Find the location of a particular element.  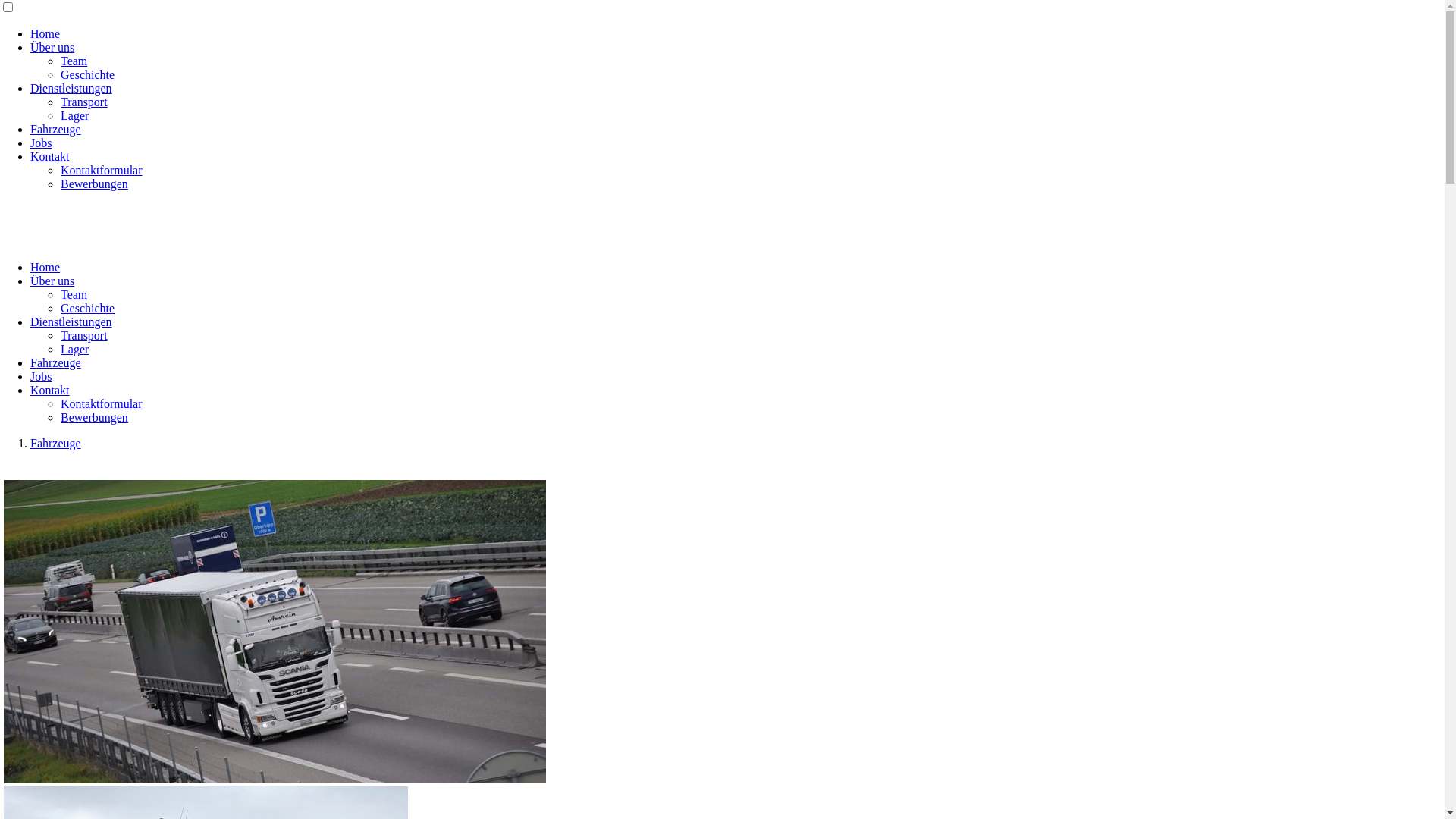

'Home' is located at coordinates (45, 33).